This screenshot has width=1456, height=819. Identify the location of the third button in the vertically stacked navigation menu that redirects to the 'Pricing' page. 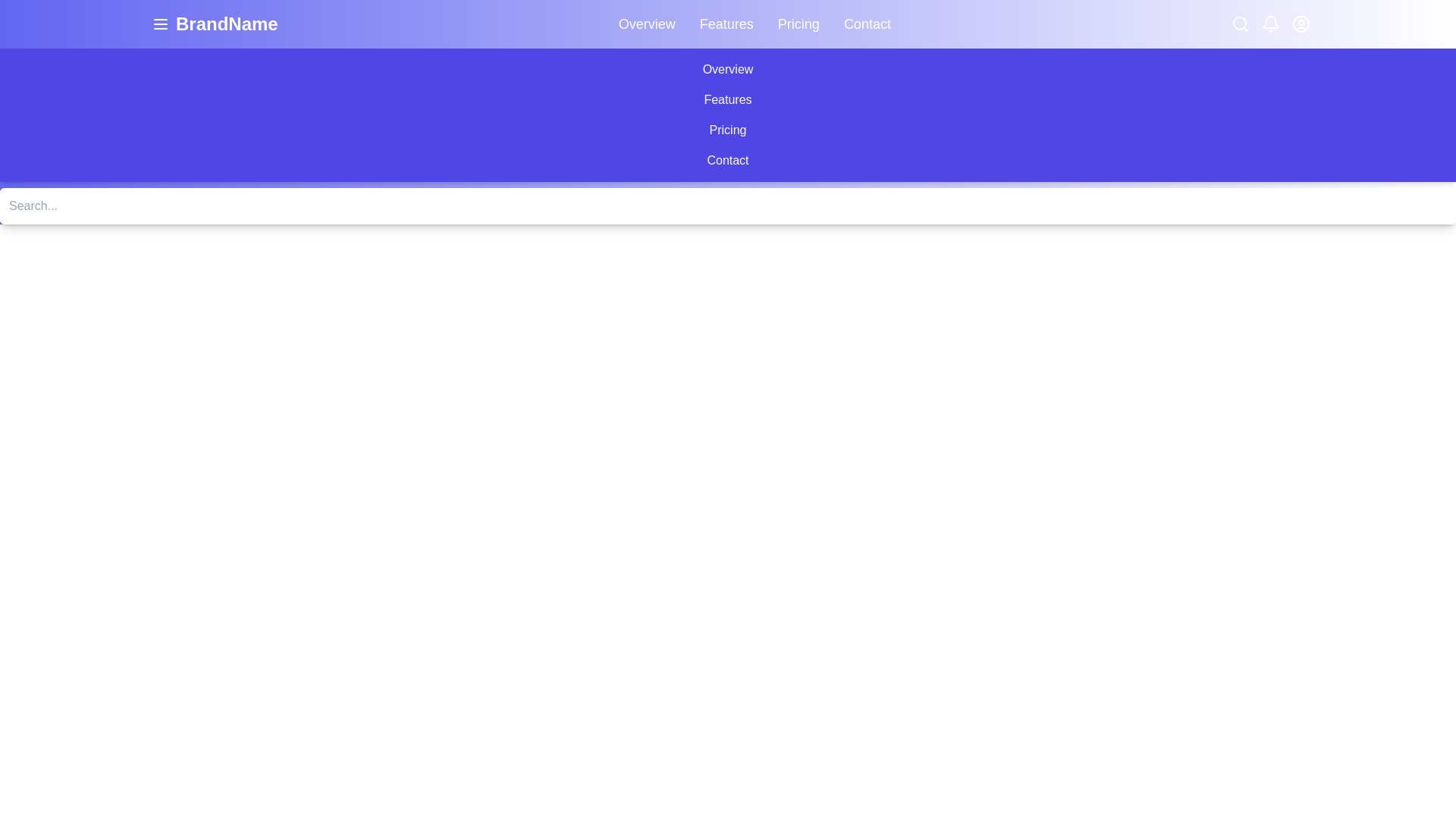
(728, 130).